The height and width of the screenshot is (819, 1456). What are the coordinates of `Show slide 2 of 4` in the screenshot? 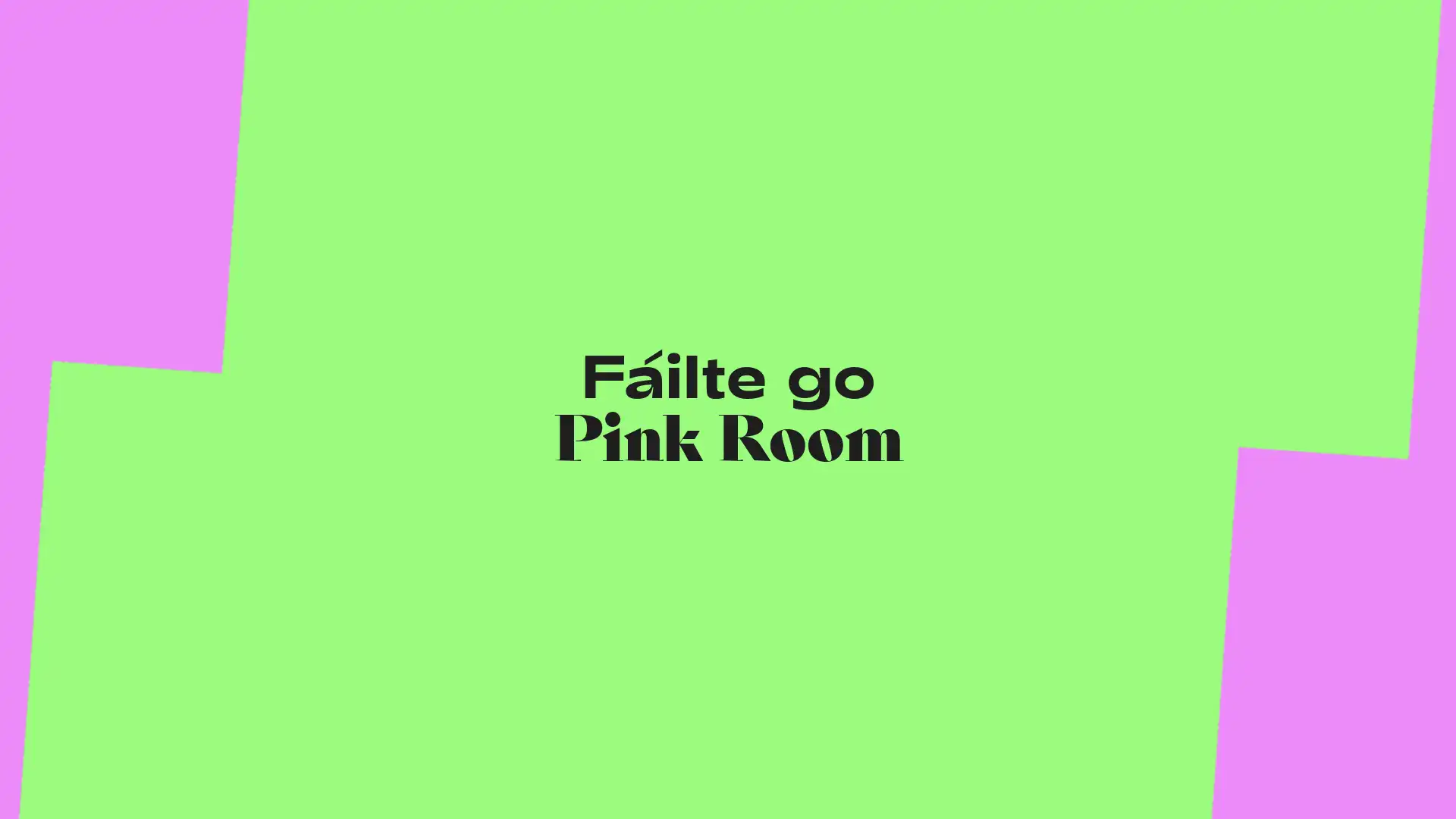 It's located at (492, 400).